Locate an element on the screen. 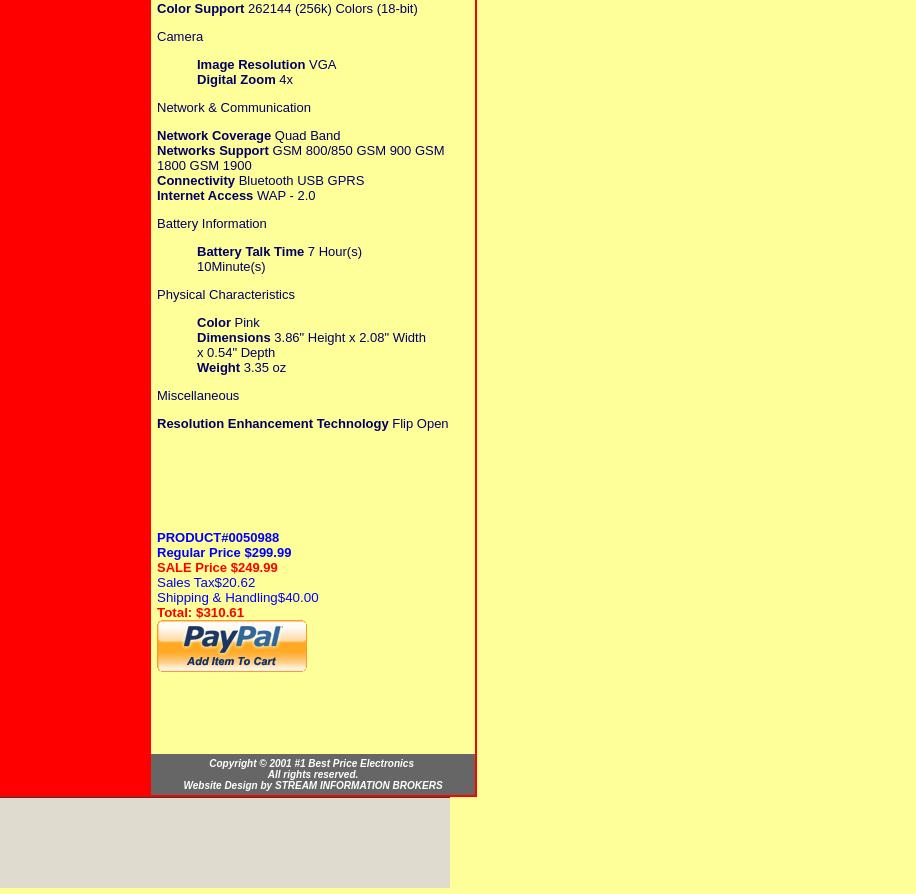 The image size is (916, 894). 'Physical Characteristics' is located at coordinates (224, 292).